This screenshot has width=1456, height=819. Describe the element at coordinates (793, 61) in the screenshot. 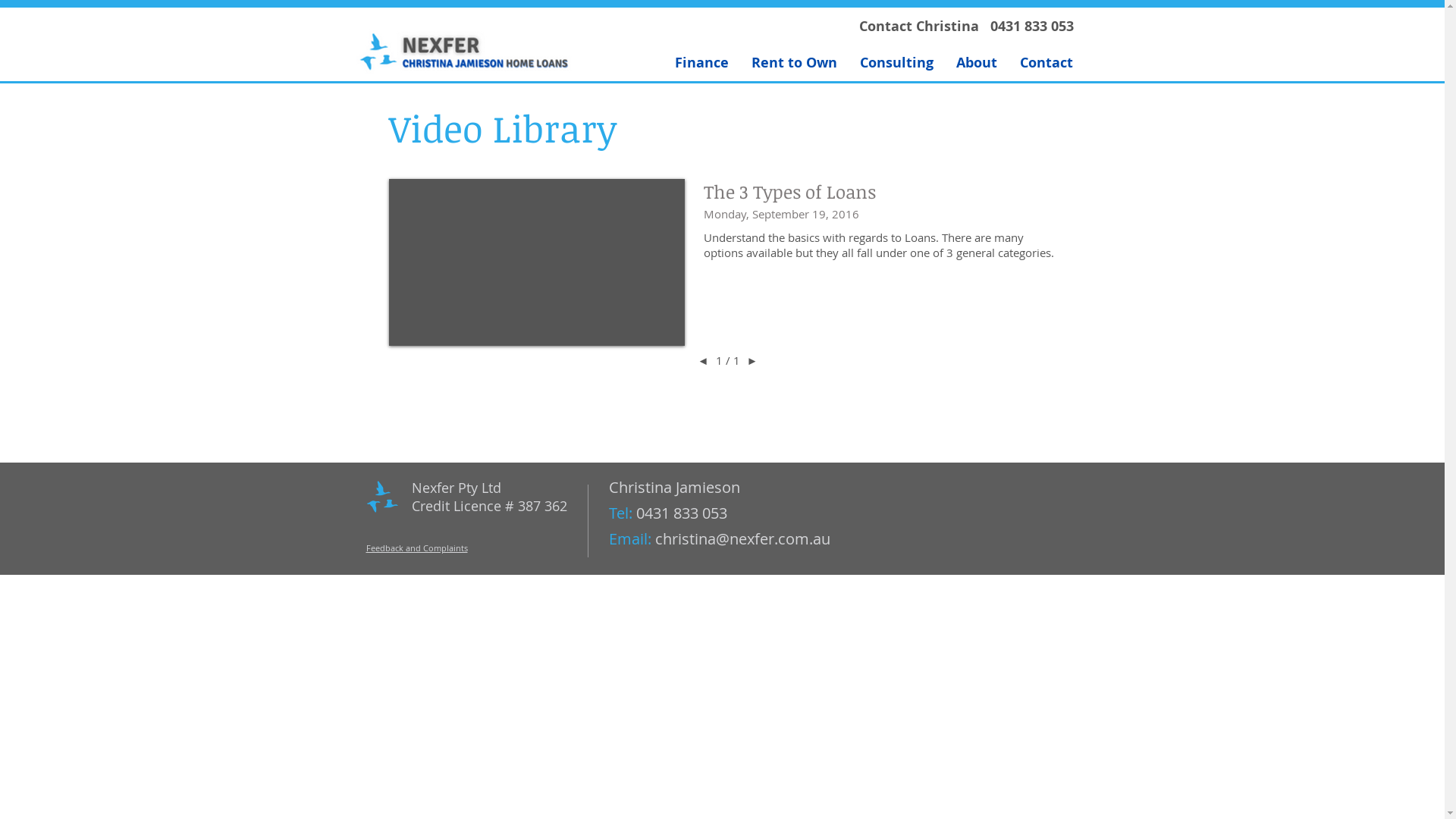

I see `'Rent to Own'` at that location.